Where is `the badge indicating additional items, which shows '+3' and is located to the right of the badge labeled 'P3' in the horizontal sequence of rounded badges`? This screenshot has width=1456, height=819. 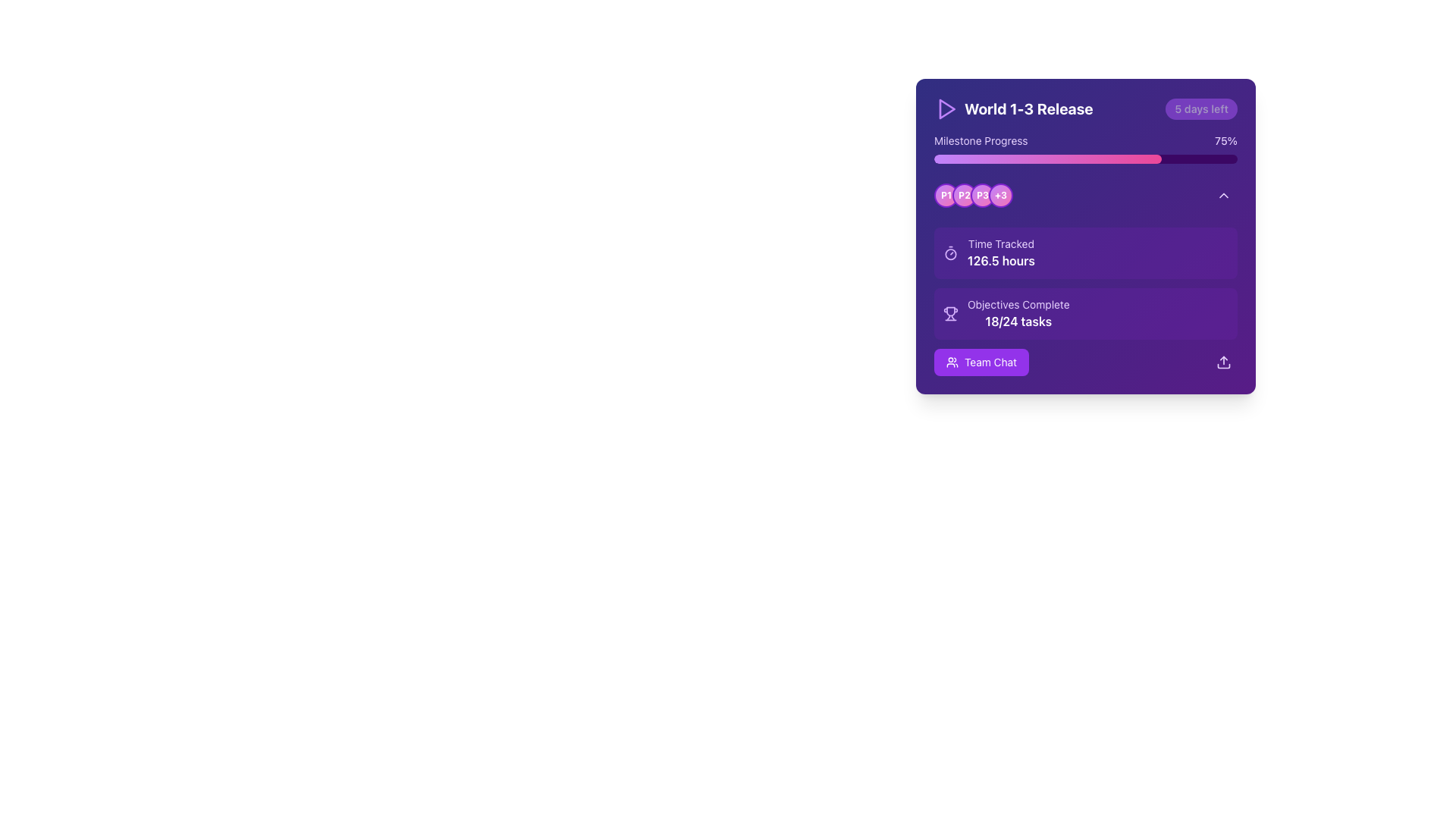 the badge indicating additional items, which shows '+3' and is located to the right of the badge labeled 'P3' in the horizontal sequence of rounded badges is located at coordinates (1001, 195).